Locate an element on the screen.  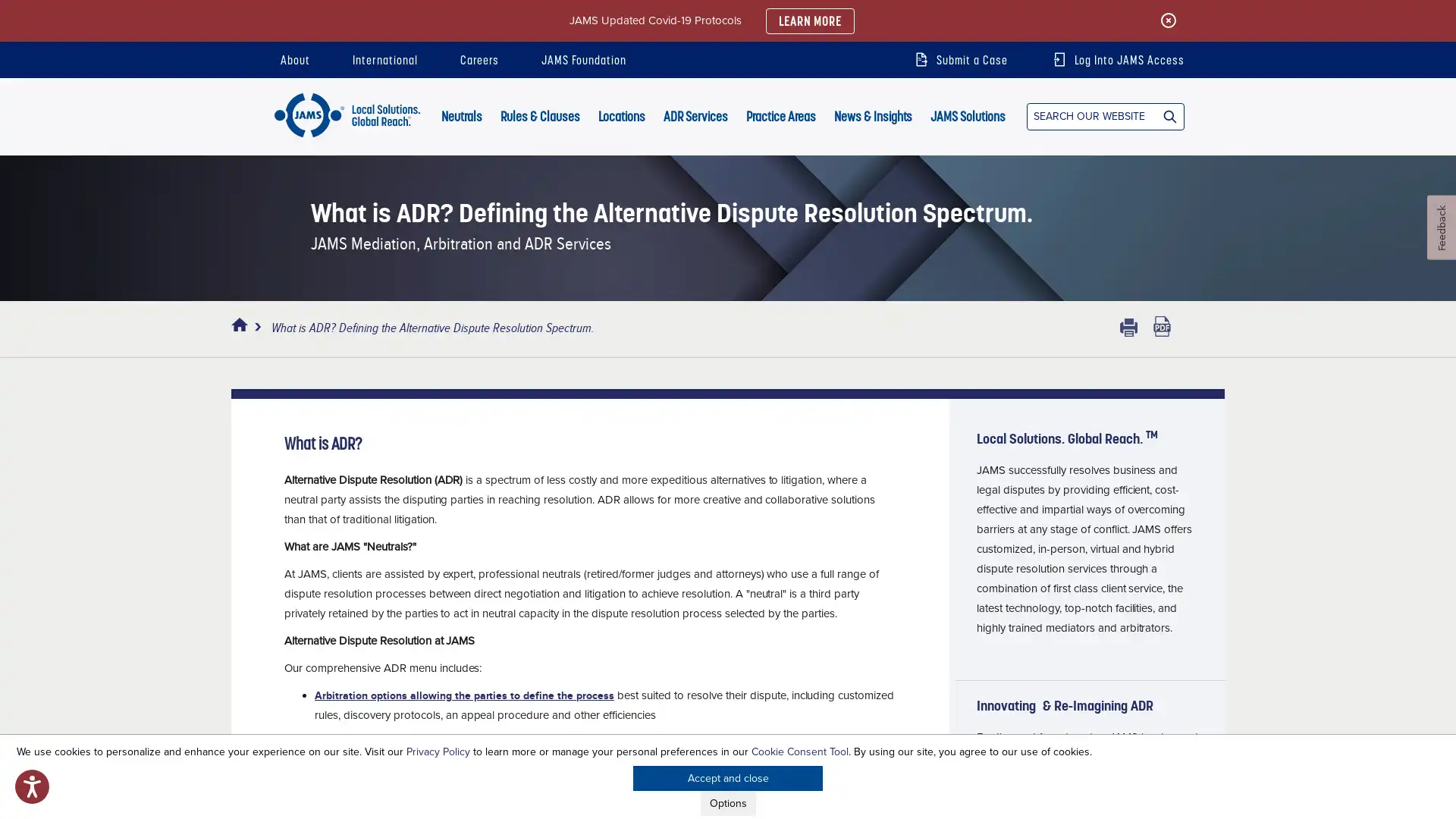
Options is located at coordinates (726, 802).